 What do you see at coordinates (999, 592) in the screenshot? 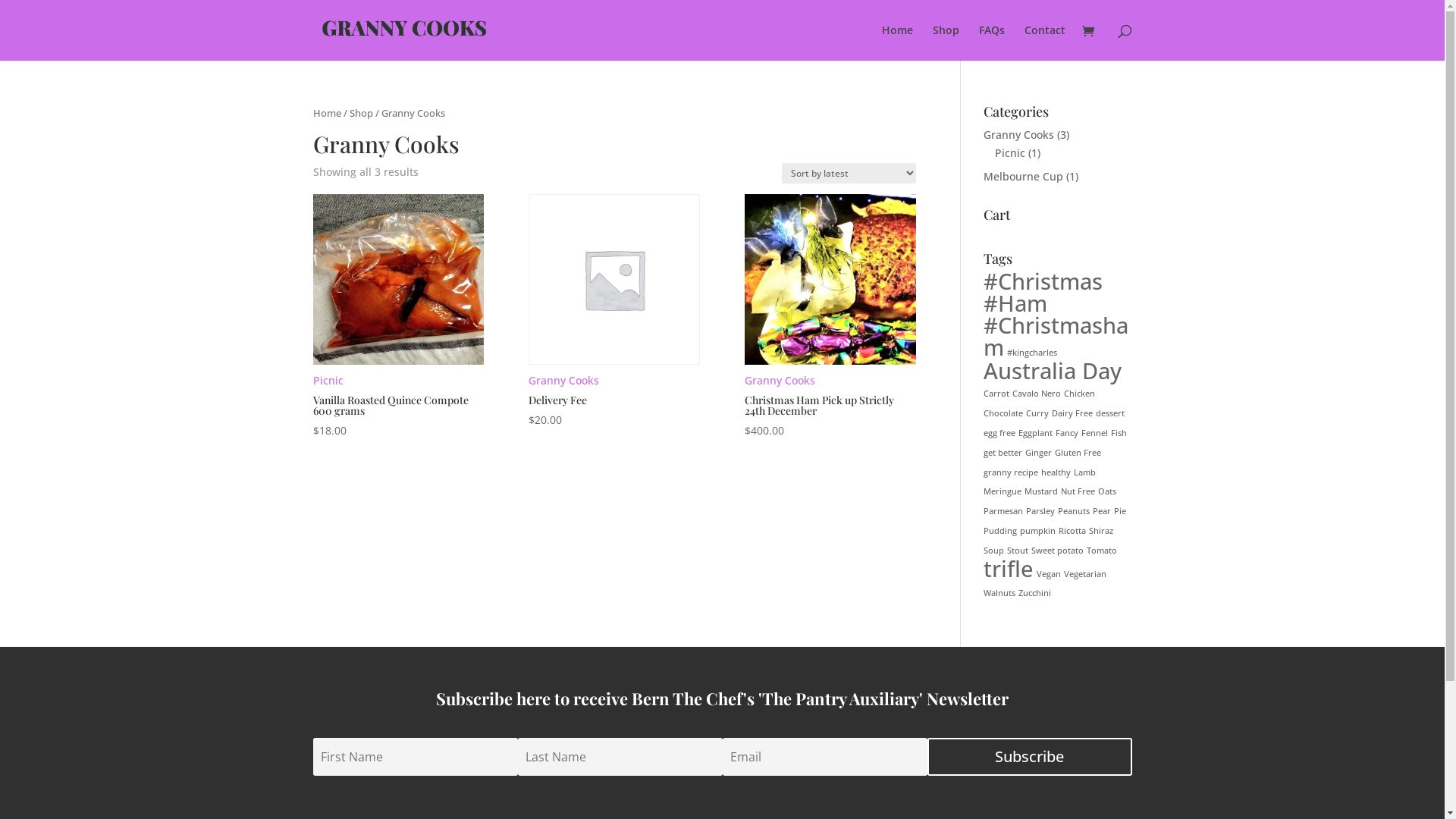
I see `'Walnuts'` at bounding box center [999, 592].